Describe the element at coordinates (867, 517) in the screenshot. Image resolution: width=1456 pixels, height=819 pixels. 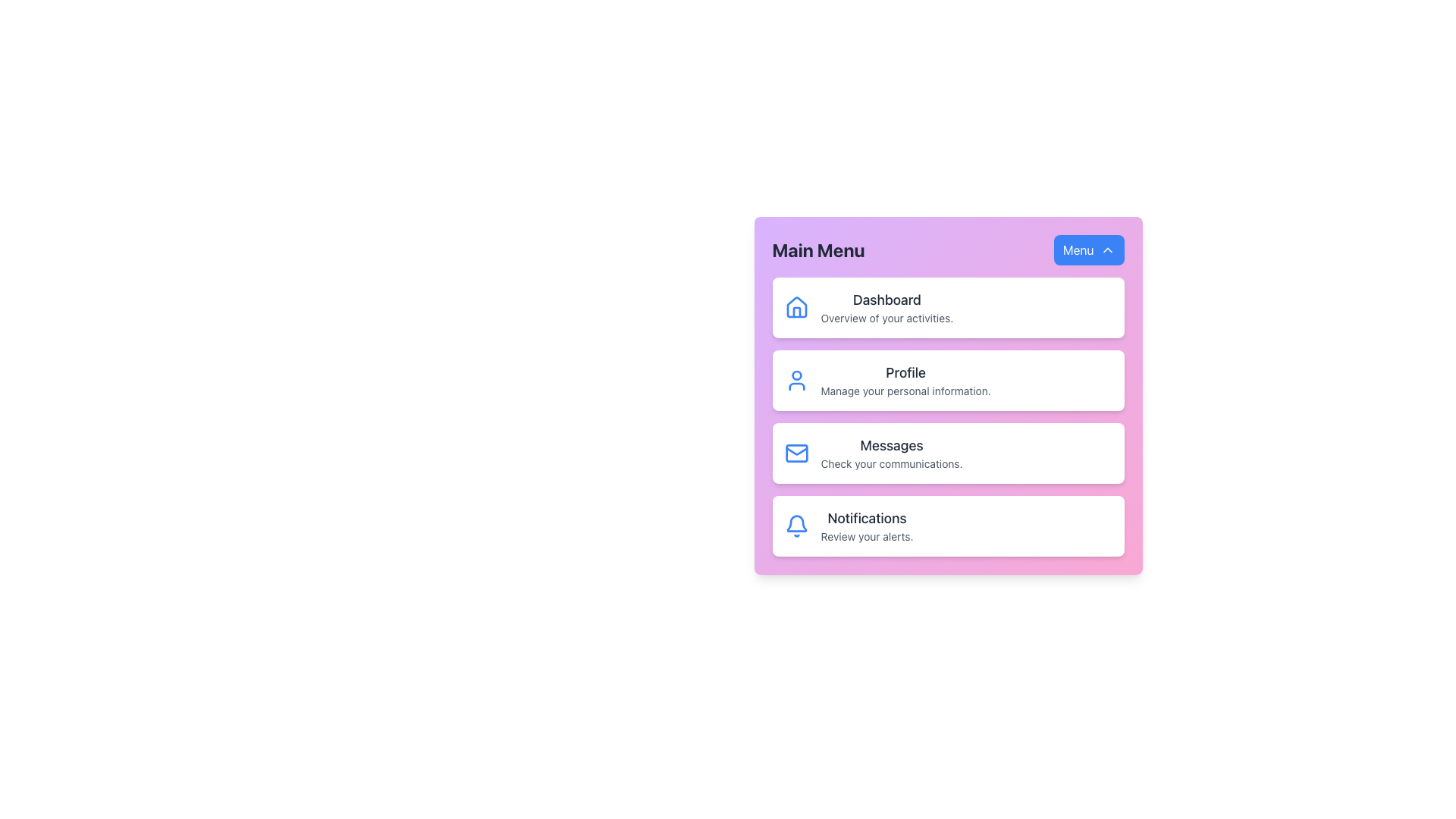
I see `the 'Notifications' static text label, which is styled in a large, bold font and located within the fourth menu option of the Main Menu interface` at that location.